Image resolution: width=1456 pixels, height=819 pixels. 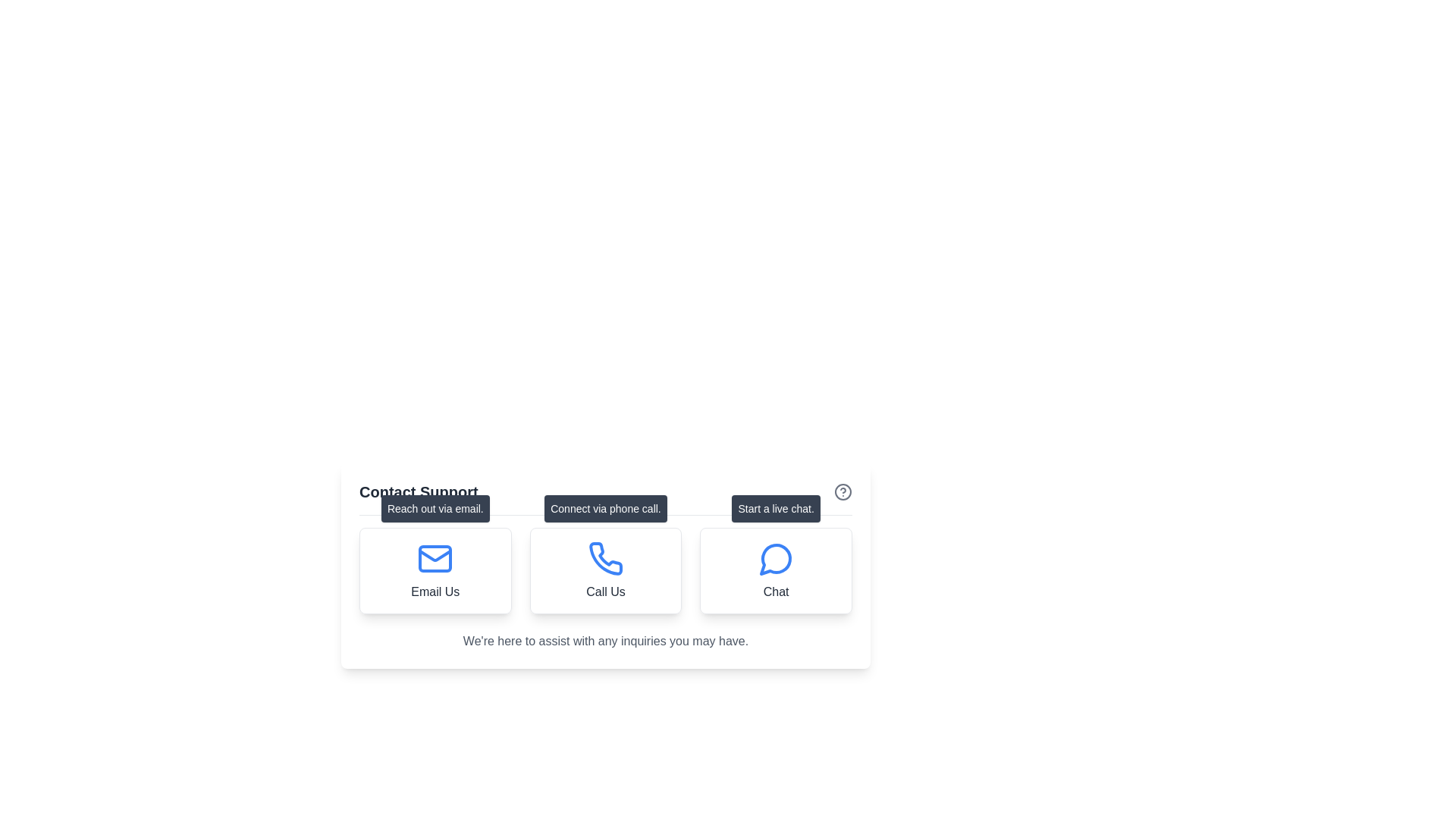 What do you see at coordinates (604, 558) in the screenshot?
I see `the telephone receiver icon with a blue outline located in the contact options section, positioned above the 'Call Us' text` at bounding box center [604, 558].